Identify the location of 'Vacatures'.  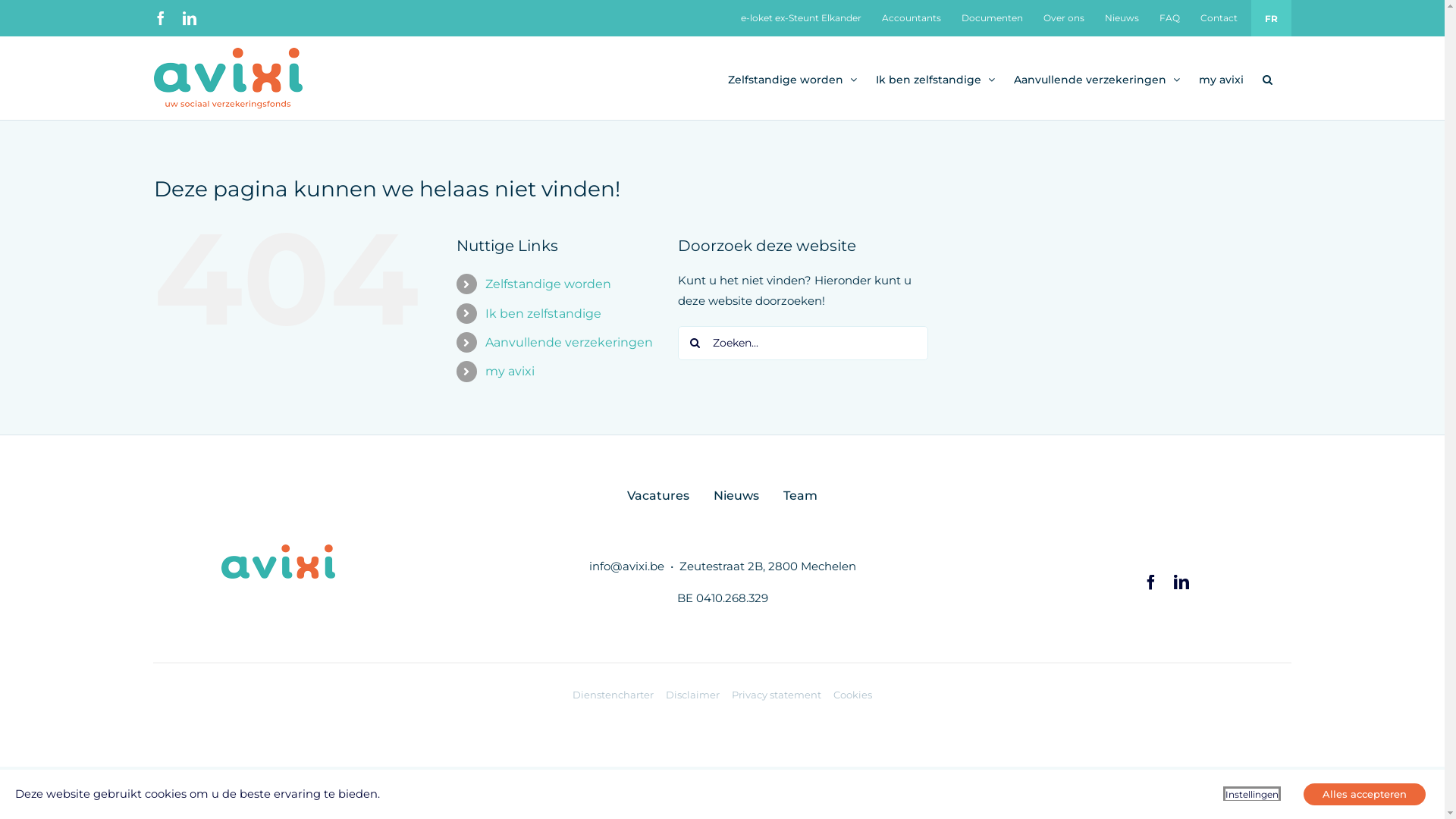
(626, 496).